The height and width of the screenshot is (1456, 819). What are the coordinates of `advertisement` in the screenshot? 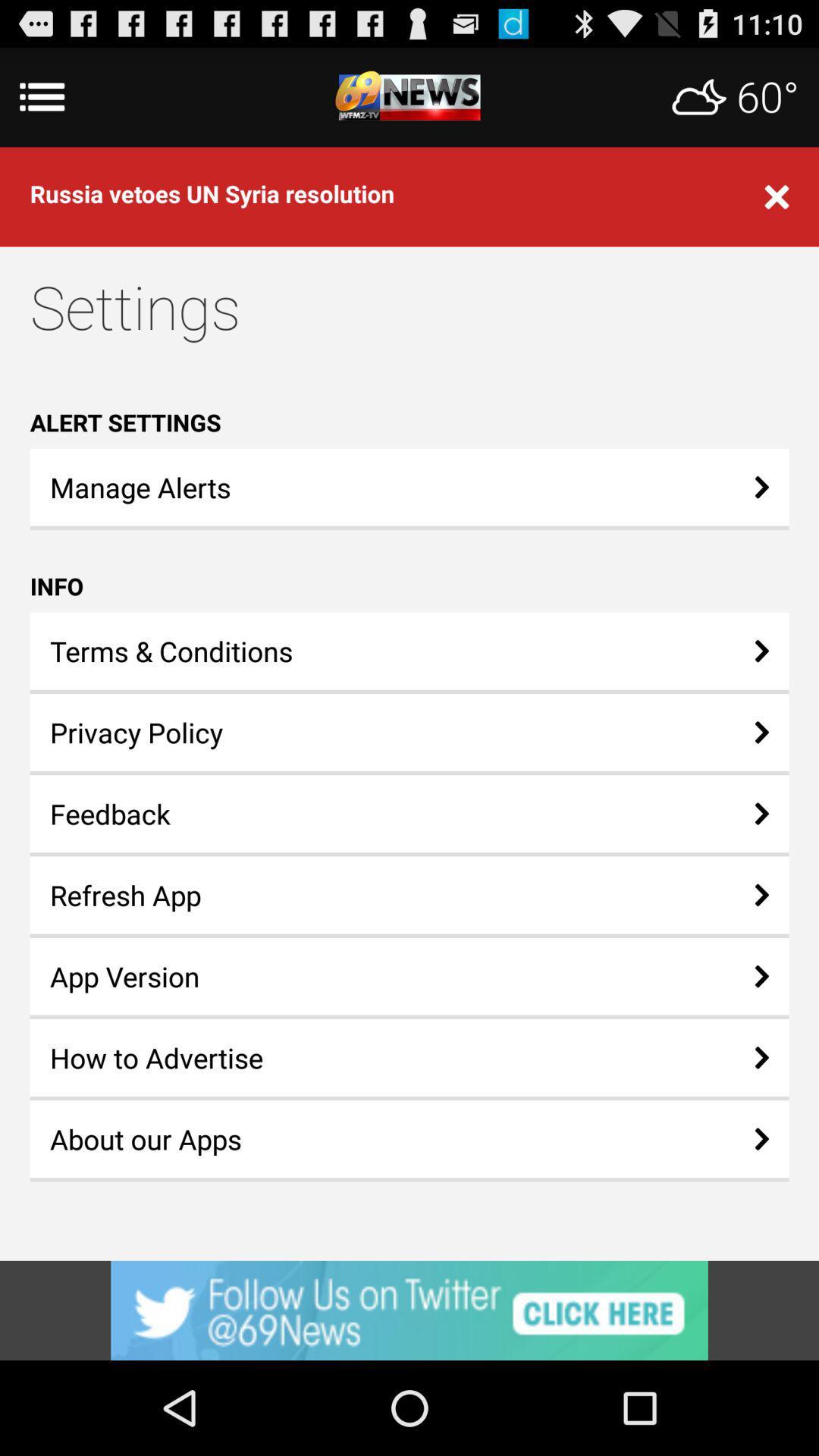 It's located at (409, 96).